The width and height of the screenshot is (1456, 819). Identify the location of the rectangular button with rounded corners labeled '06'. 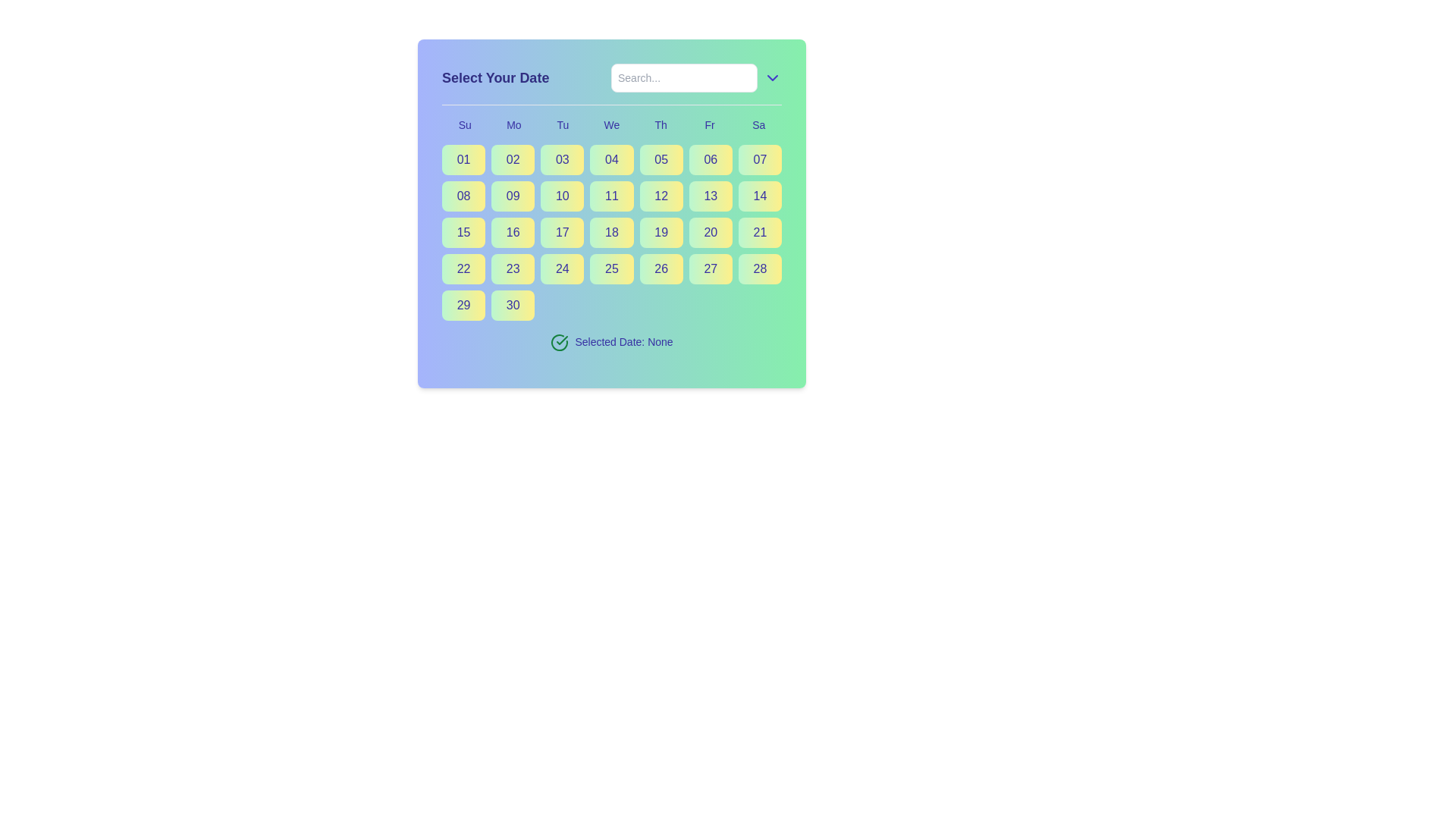
(709, 160).